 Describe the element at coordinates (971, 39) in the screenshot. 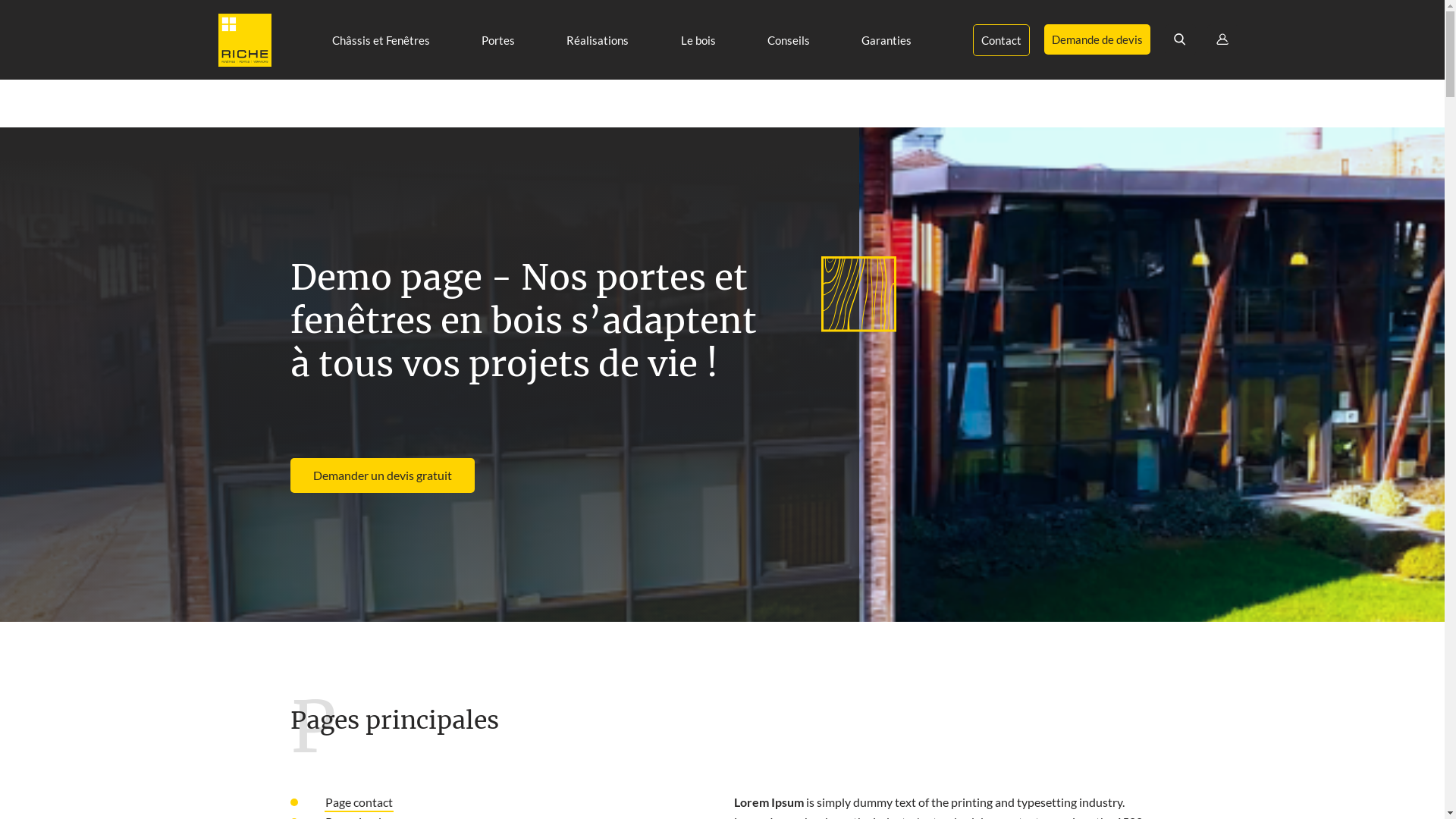

I see `'Contact'` at that location.